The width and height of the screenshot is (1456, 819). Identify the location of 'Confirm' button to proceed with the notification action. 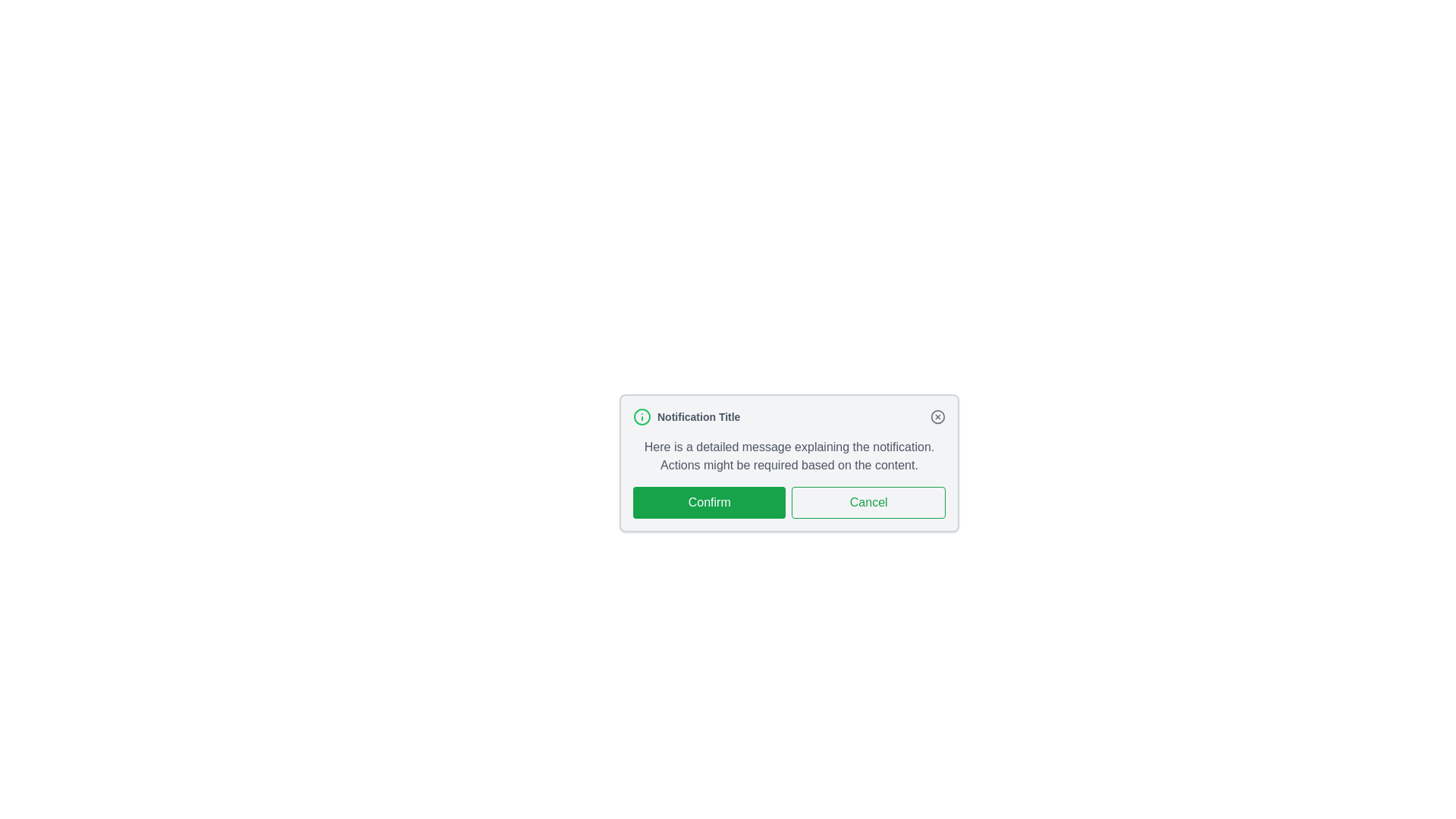
(708, 503).